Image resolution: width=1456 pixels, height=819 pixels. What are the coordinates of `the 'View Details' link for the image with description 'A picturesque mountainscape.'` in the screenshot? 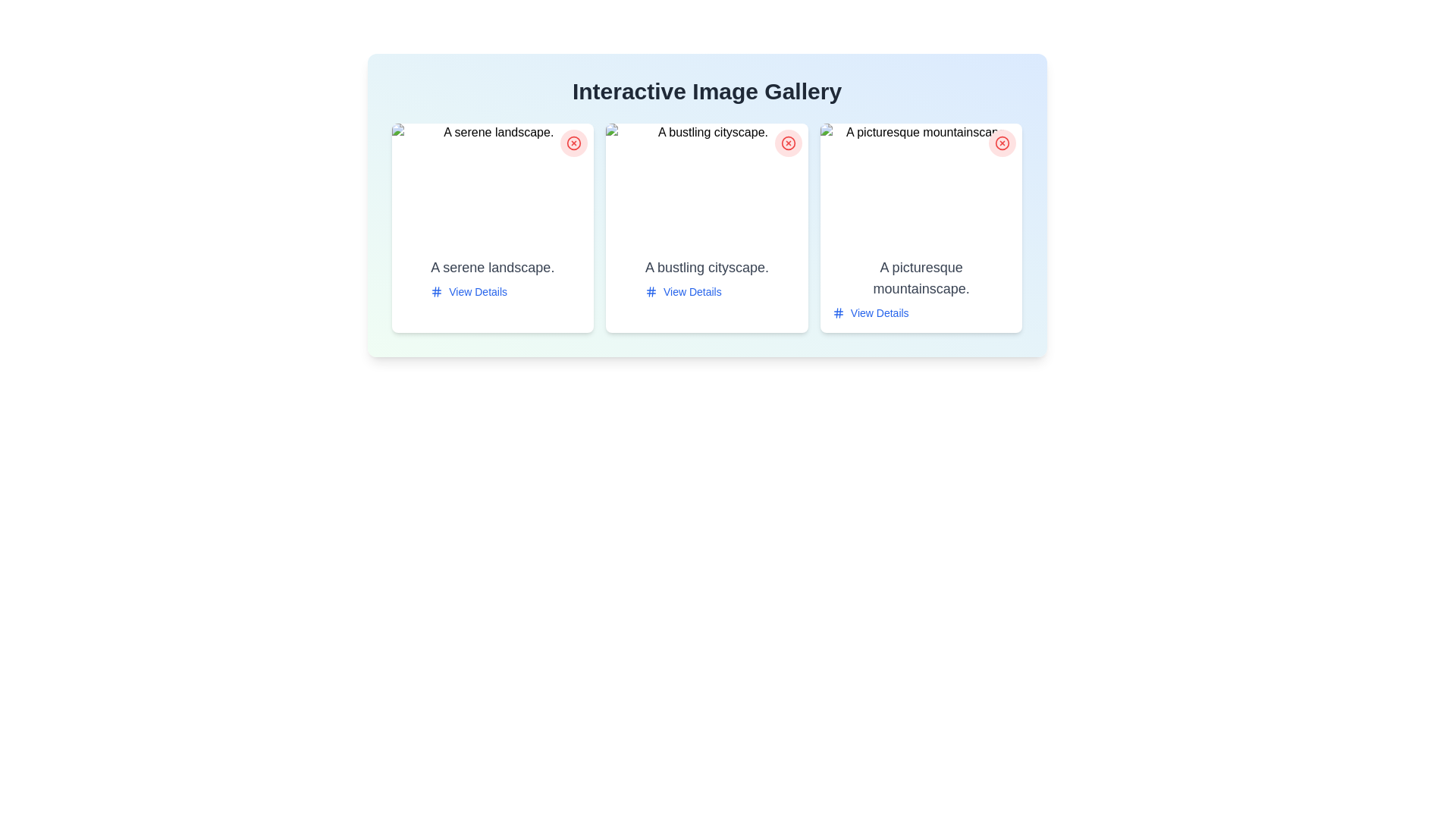 It's located at (871, 312).